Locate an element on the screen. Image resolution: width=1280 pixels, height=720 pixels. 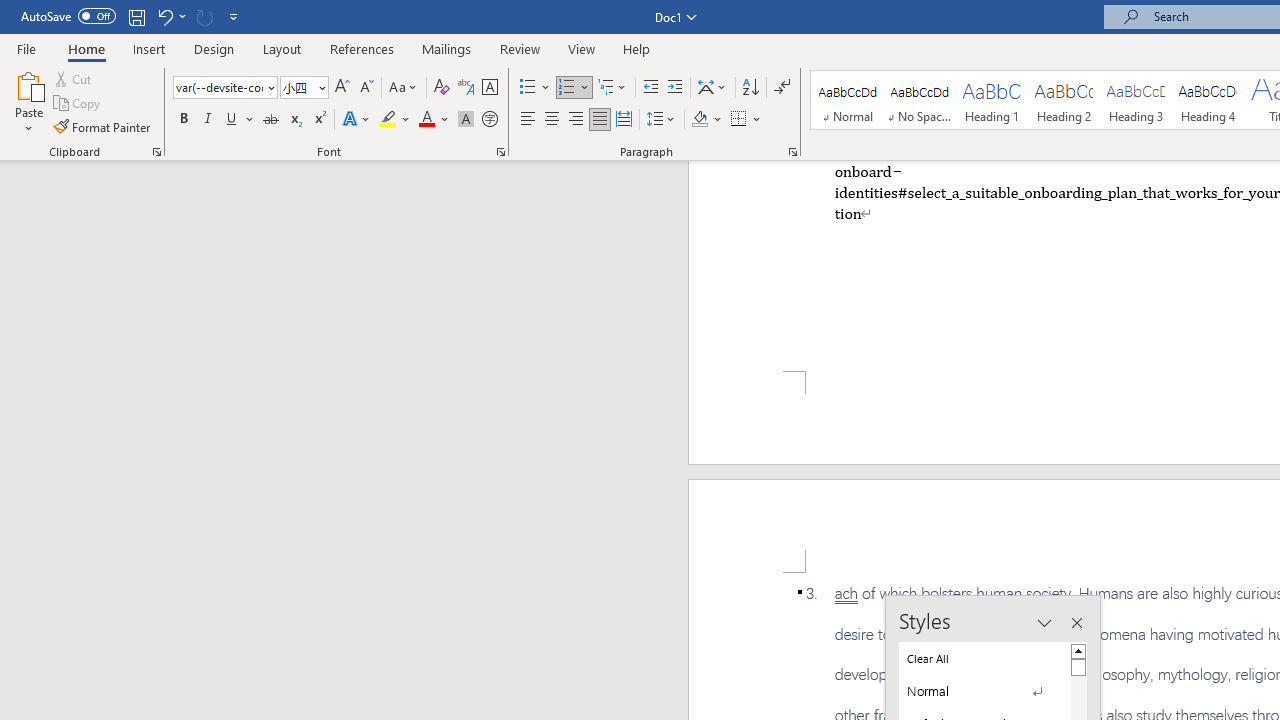
'Design' is located at coordinates (214, 48).